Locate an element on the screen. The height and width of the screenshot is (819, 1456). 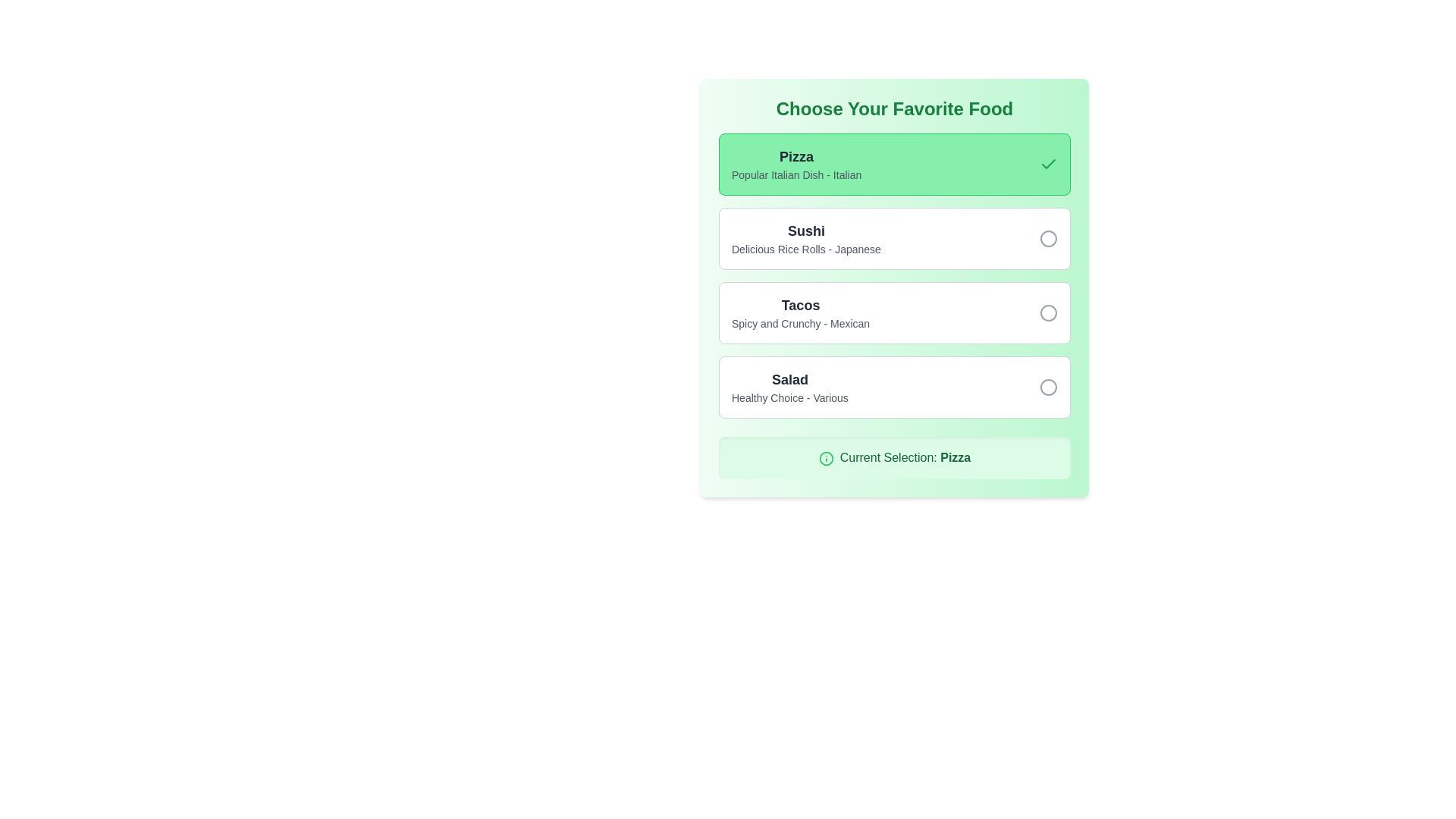
the last item in the vertical radio-style list representing the choice for 'Salad' to activate hover effects is located at coordinates (895, 386).